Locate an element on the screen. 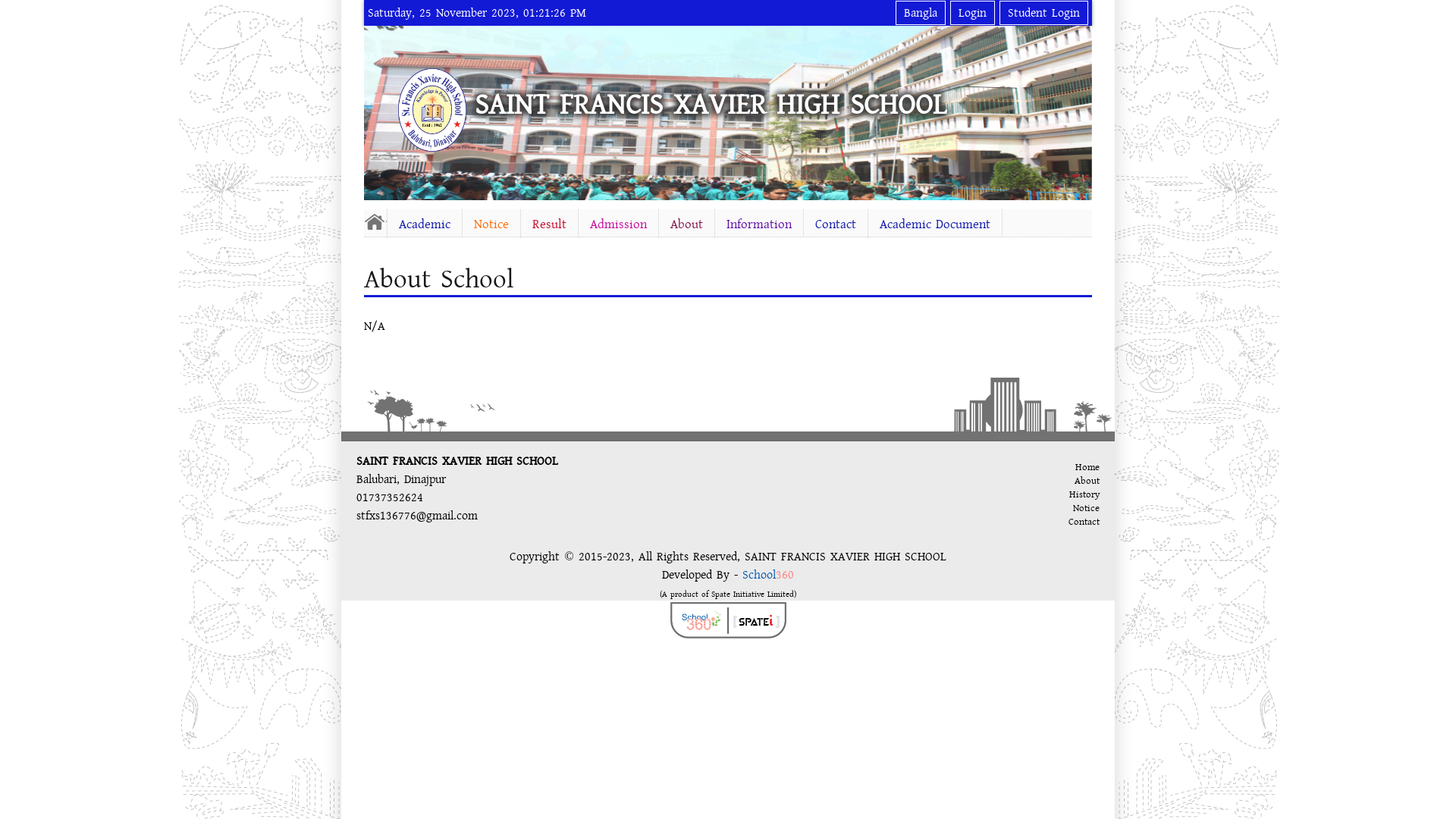 The height and width of the screenshot is (819, 1456). ' is located at coordinates (375, 221).